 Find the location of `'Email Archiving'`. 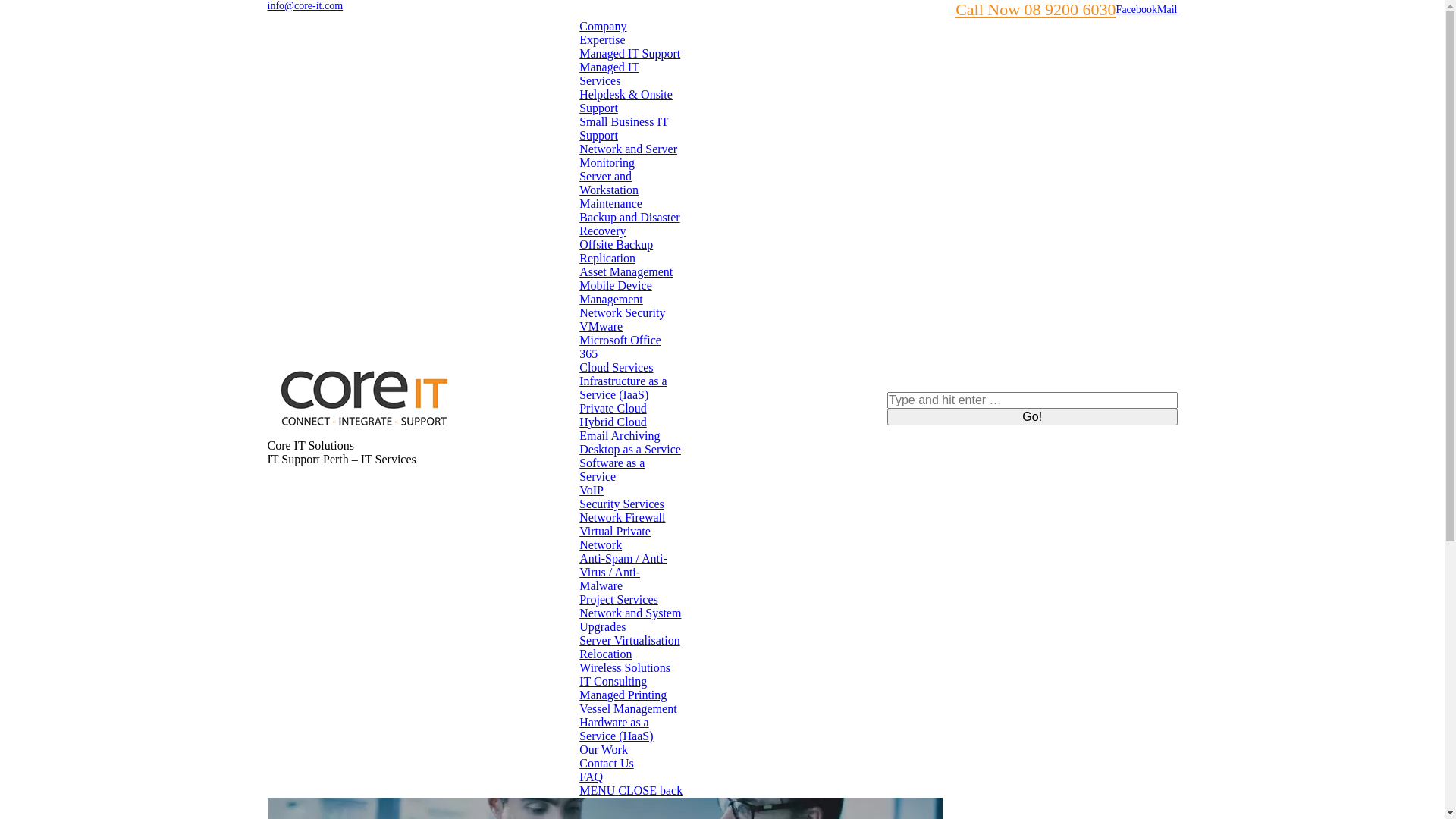

'Email Archiving' is located at coordinates (619, 435).